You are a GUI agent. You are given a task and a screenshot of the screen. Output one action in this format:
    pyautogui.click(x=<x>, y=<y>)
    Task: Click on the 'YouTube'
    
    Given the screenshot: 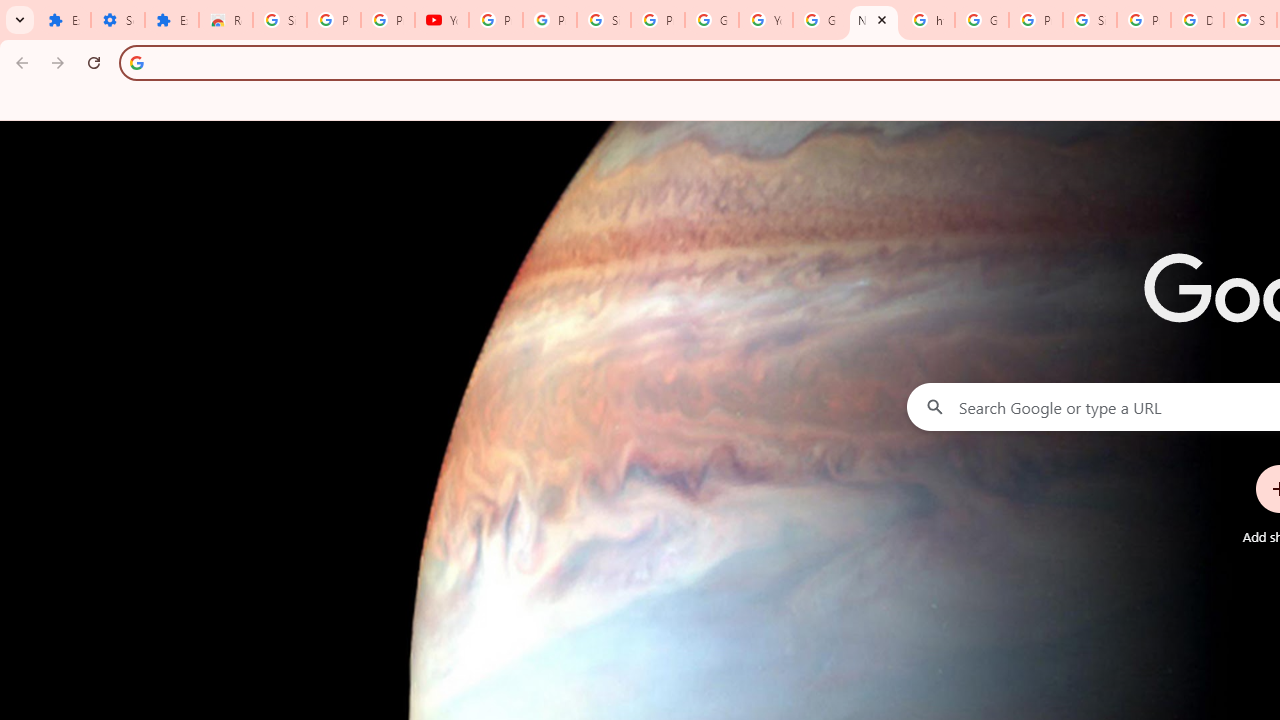 What is the action you would take?
    pyautogui.click(x=440, y=20)
    